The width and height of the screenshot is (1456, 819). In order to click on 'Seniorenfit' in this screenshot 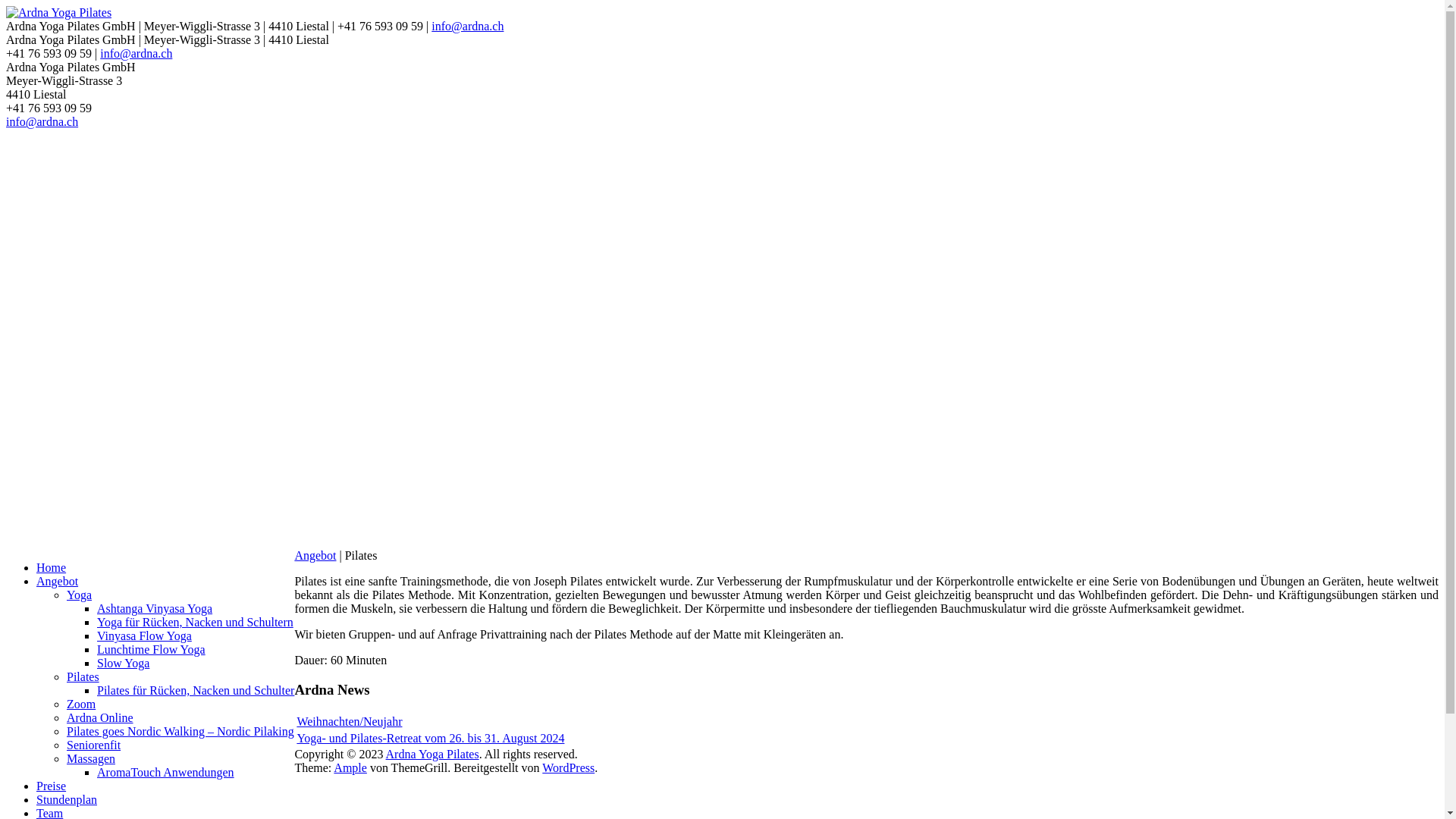, I will do `click(93, 744)`.